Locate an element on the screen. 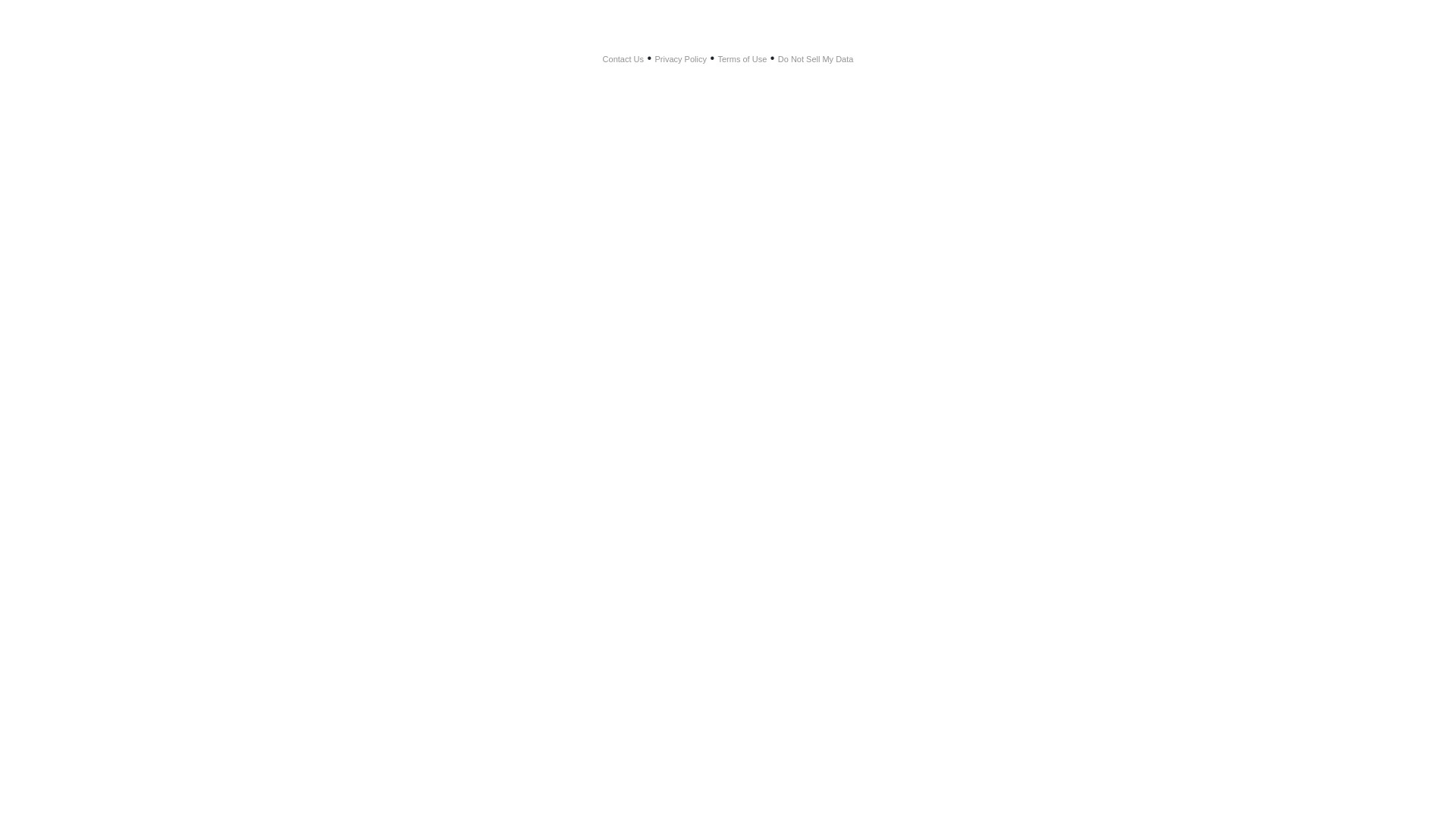 This screenshot has width=1456, height=819. 'Do Not Sell My Data' is located at coordinates (814, 58).